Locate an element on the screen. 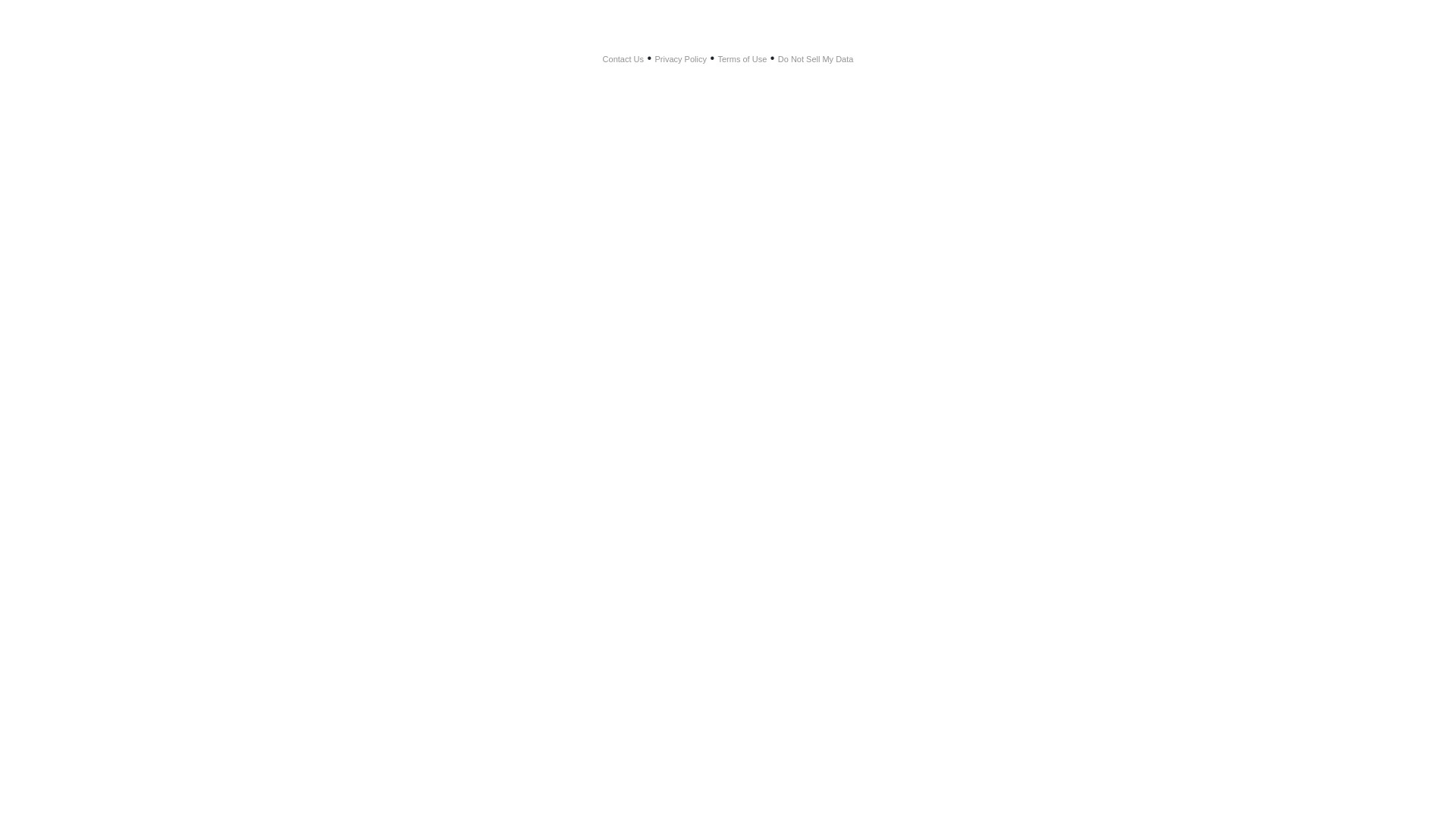 This screenshot has width=1456, height=819. 'Do Not Sell My Data' is located at coordinates (814, 58).